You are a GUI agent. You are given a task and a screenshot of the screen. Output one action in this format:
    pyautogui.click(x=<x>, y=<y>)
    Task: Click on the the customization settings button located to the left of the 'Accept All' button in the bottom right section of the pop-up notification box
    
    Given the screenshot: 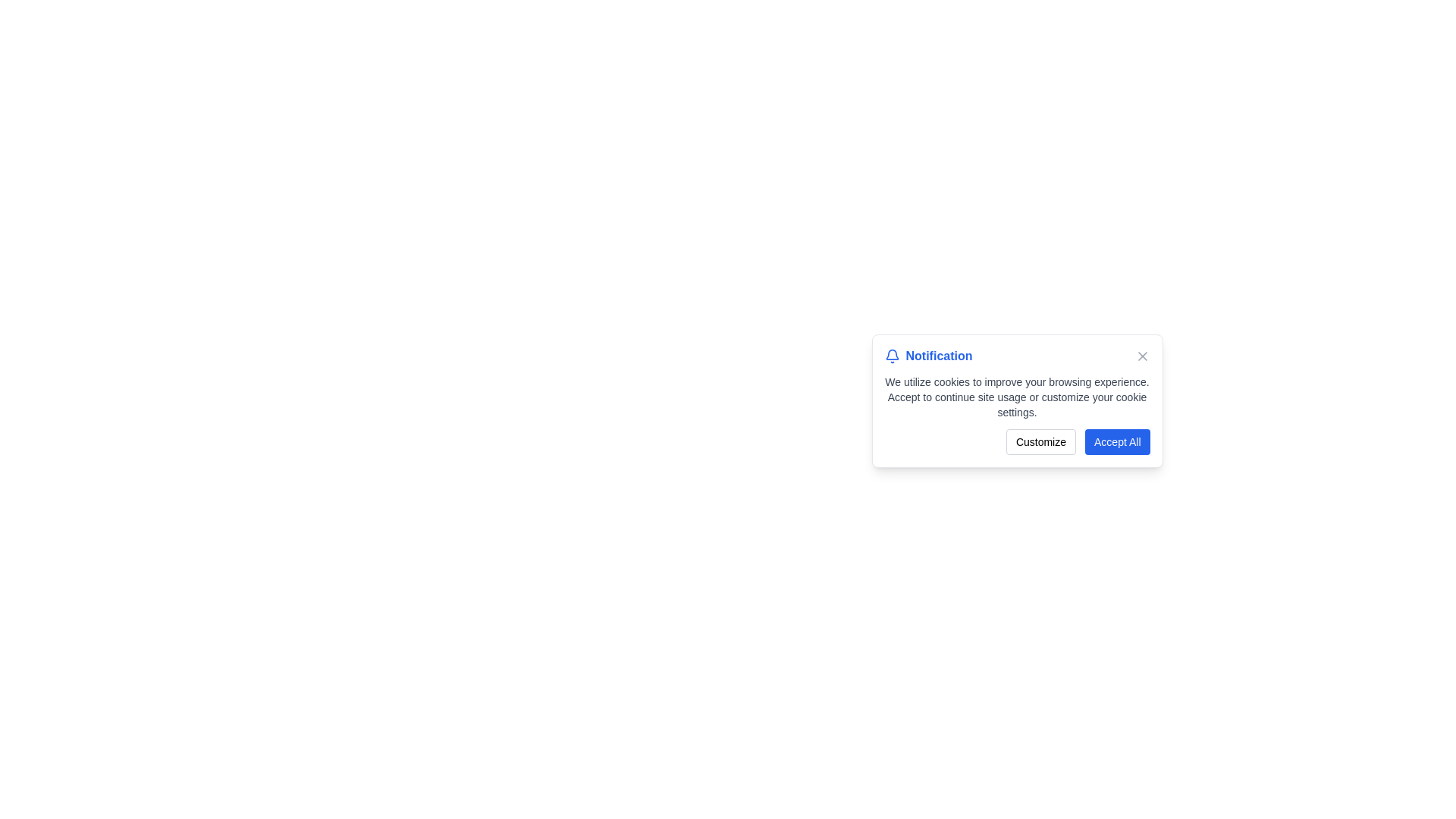 What is the action you would take?
    pyautogui.click(x=1040, y=441)
    